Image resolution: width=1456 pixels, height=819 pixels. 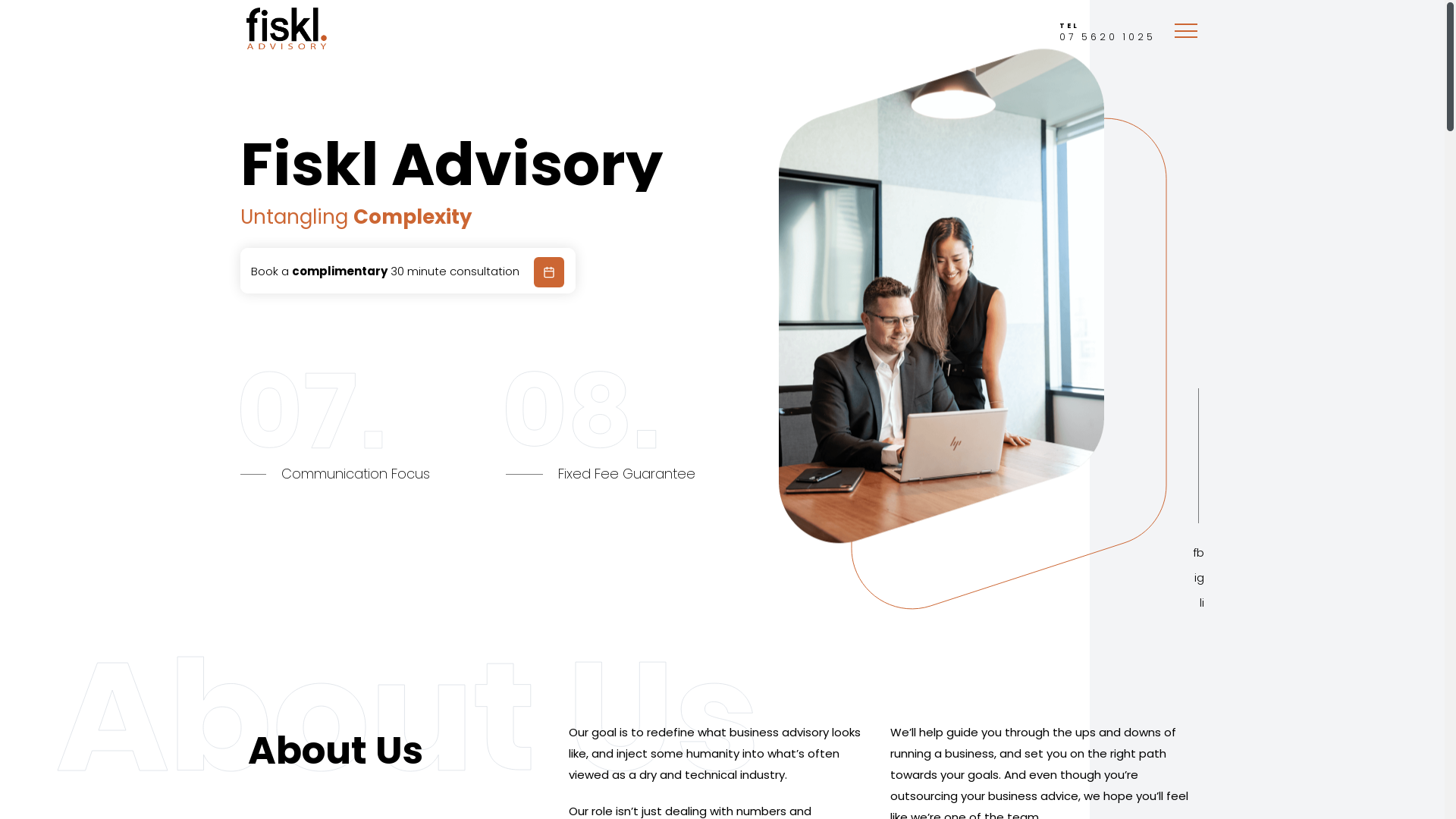 I want to click on 'ig', so click(x=1197, y=577).